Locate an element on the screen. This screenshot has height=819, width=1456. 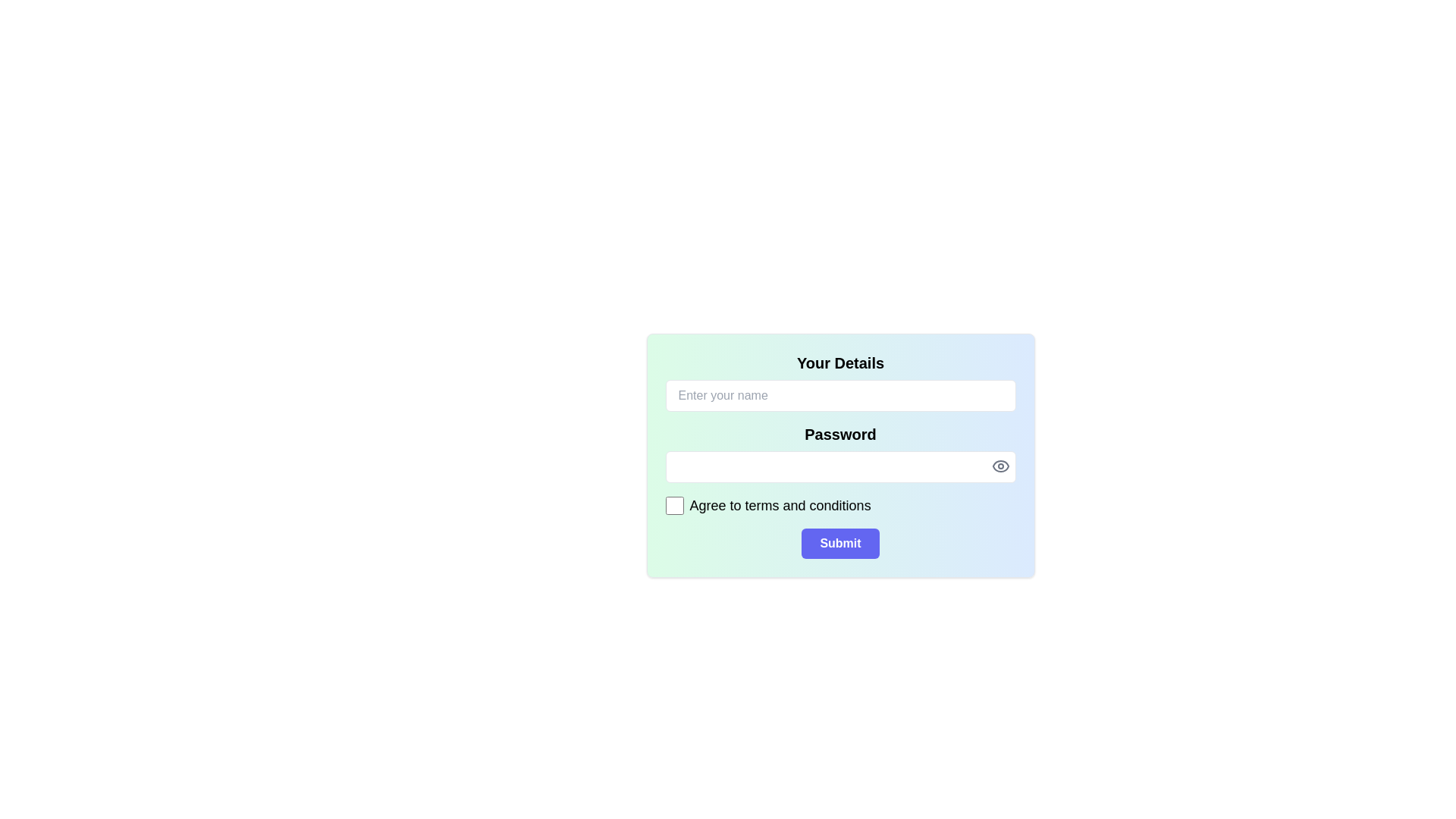
the submission button located below the 'Agree to terms and conditions' checkbox to observe the hover effect is located at coordinates (839, 543).